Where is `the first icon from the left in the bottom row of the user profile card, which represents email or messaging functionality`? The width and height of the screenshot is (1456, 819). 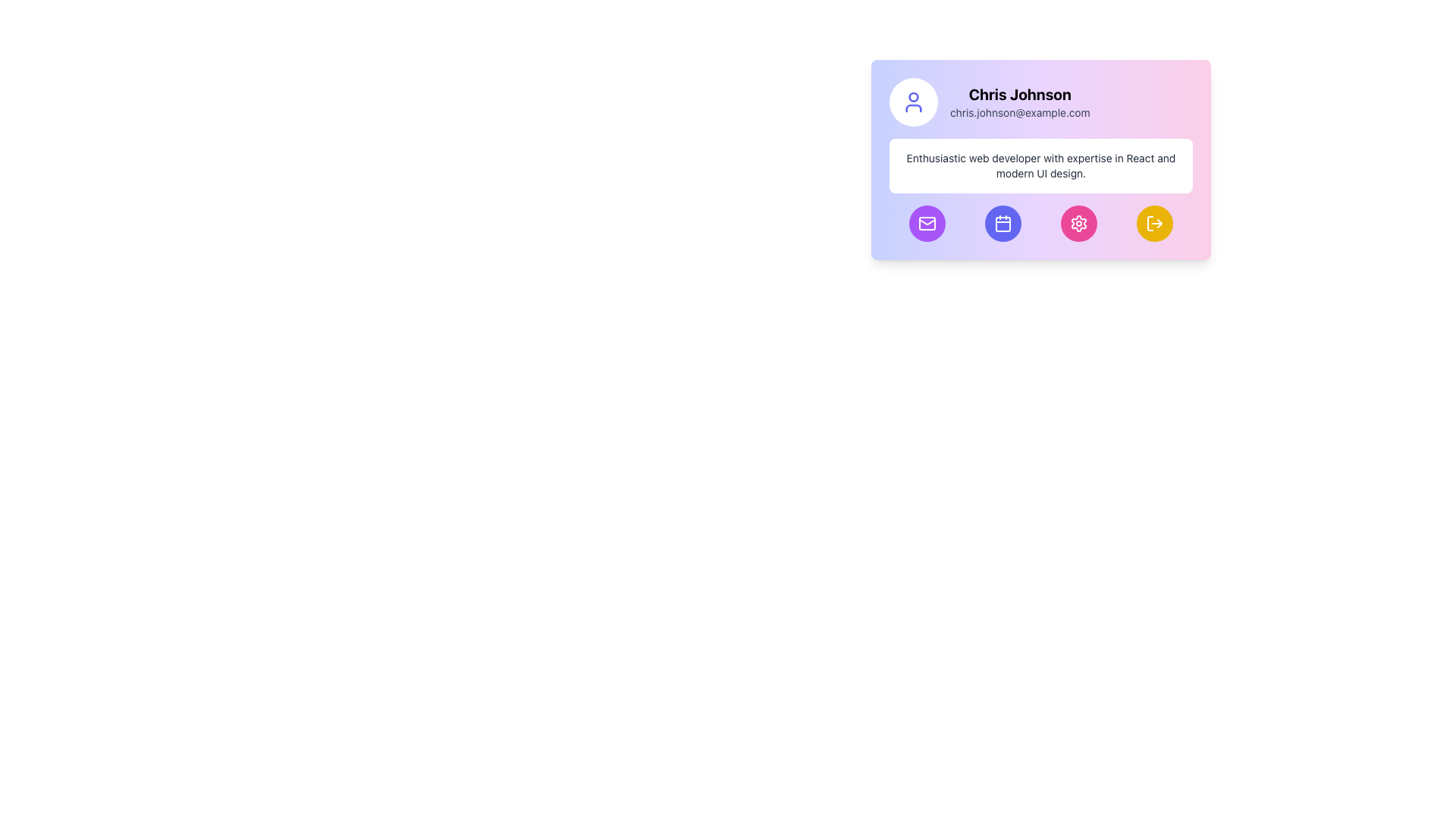
the first icon from the left in the bottom row of the user profile card, which represents email or messaging functionality is located at coordinates (927, 223).